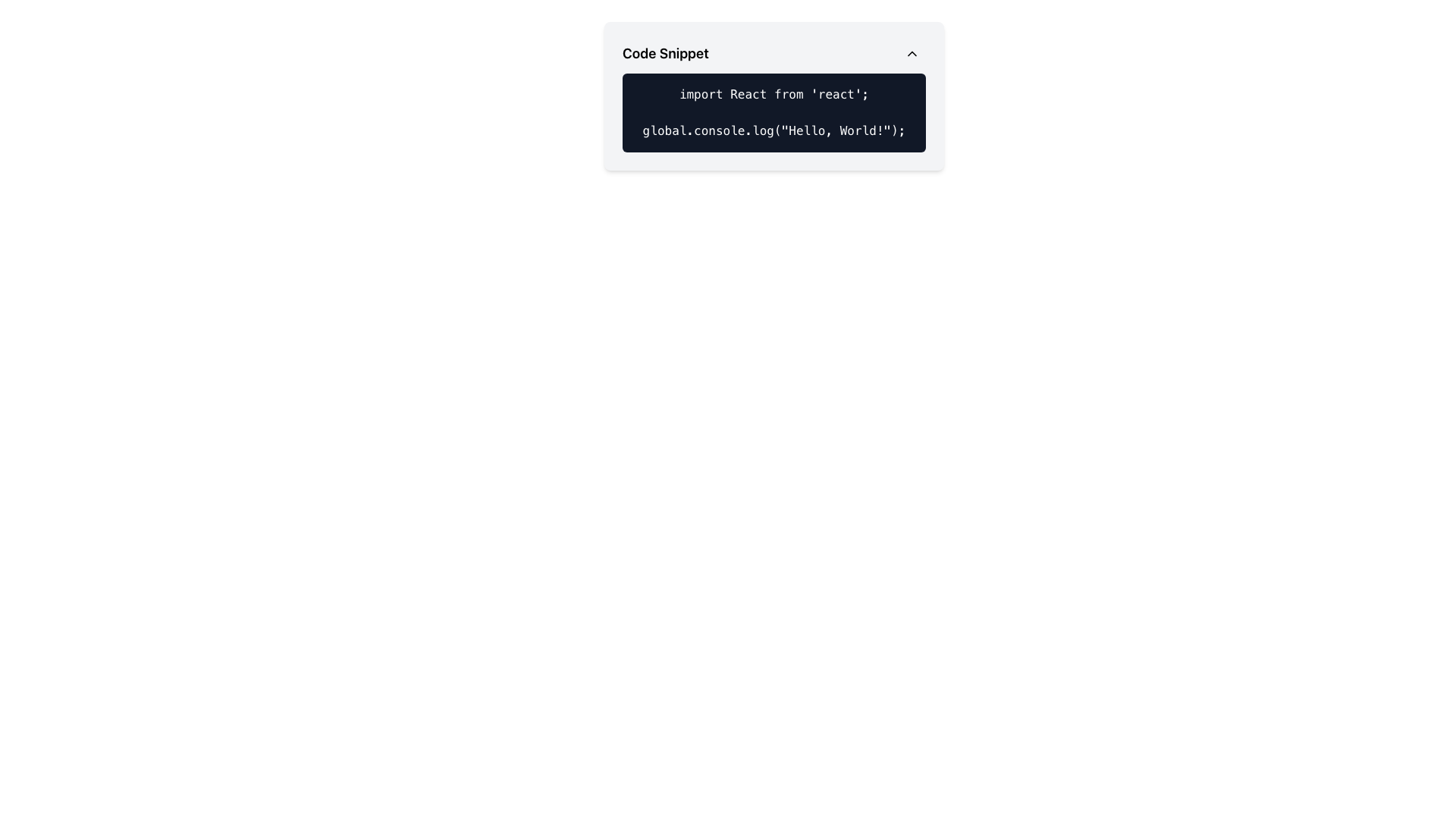  Describe the element at coordinates (912, 52) in the screenshot. I see `the button with an embedded SVG graphic located at the top-right corner of the 'Code Snippet' header` at that location.